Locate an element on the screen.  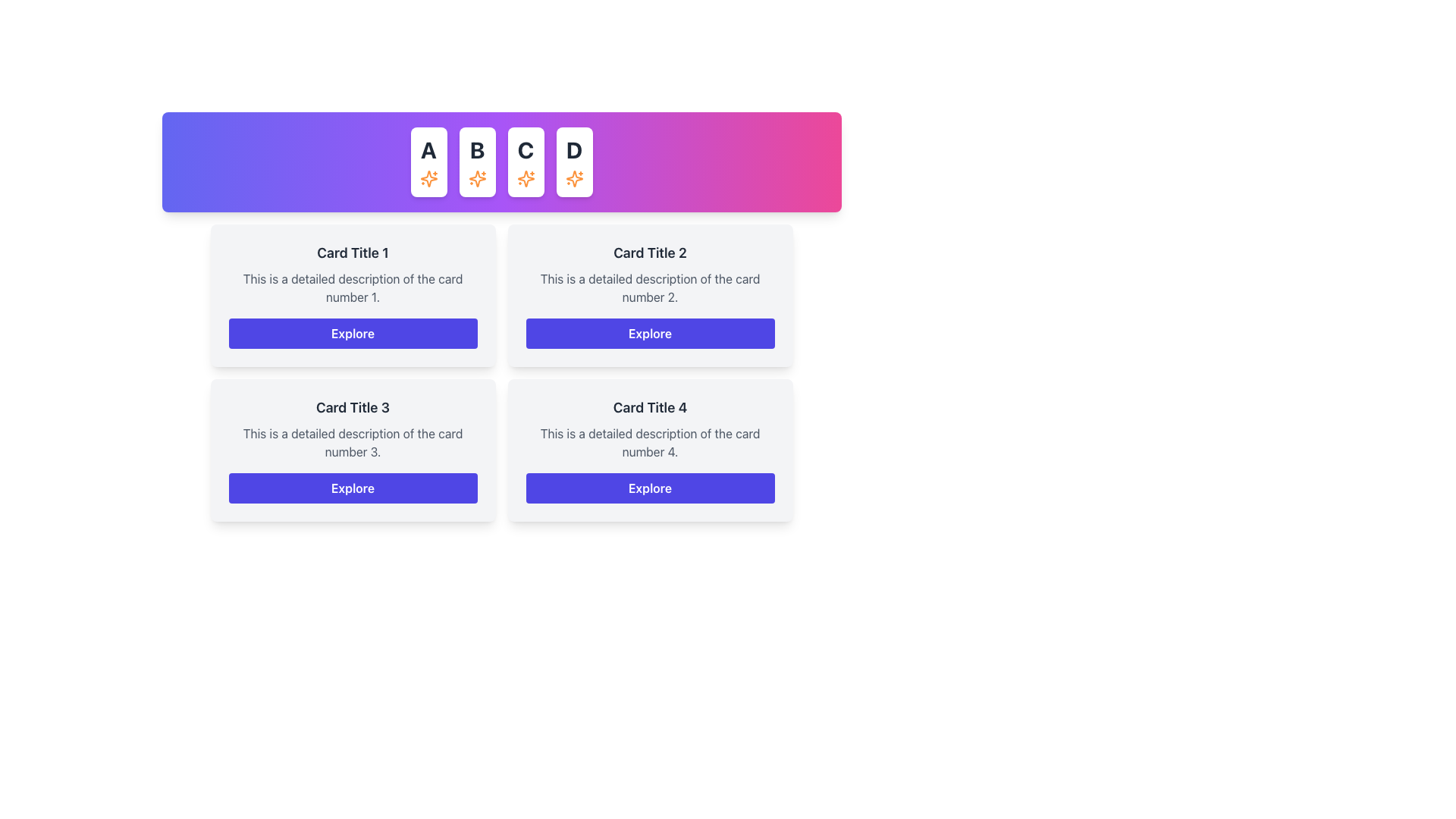
the descriptive text element that provides additional information for 'Card Title 2' located in the second column of the top row of the card grid is located at coordinates (650, 288).